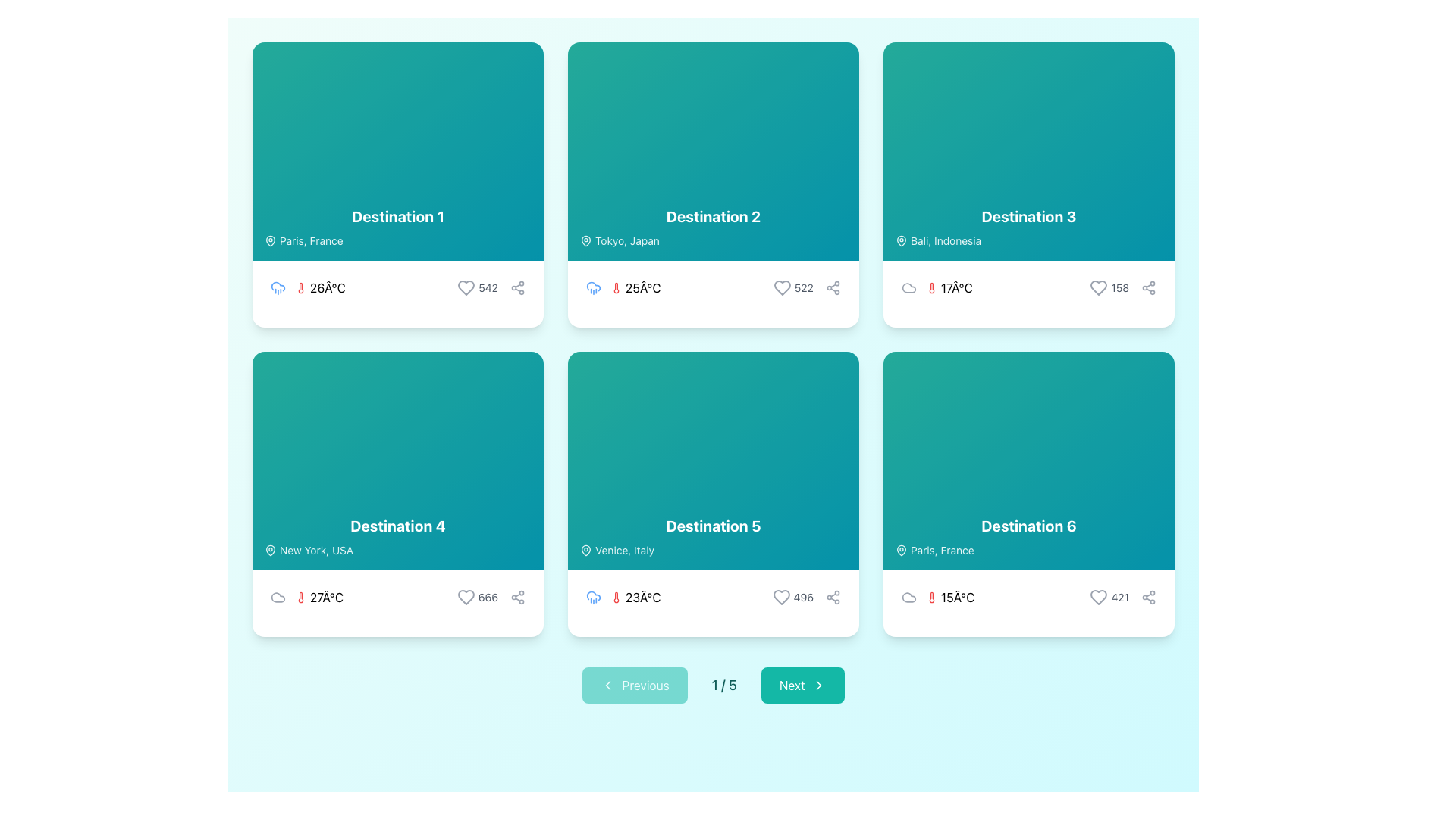 Image resolution: width=1456 pixels, height=819 pixels. What do you see at coordinates (627, 240) in the screenshot?
I see `text content of the static label displaying 'Tokyo, Japan', which is styled in white color with 90% opacity and located next to the map pin icon within the card labeled 'Destination 2'` at bounding box center [627, 240].